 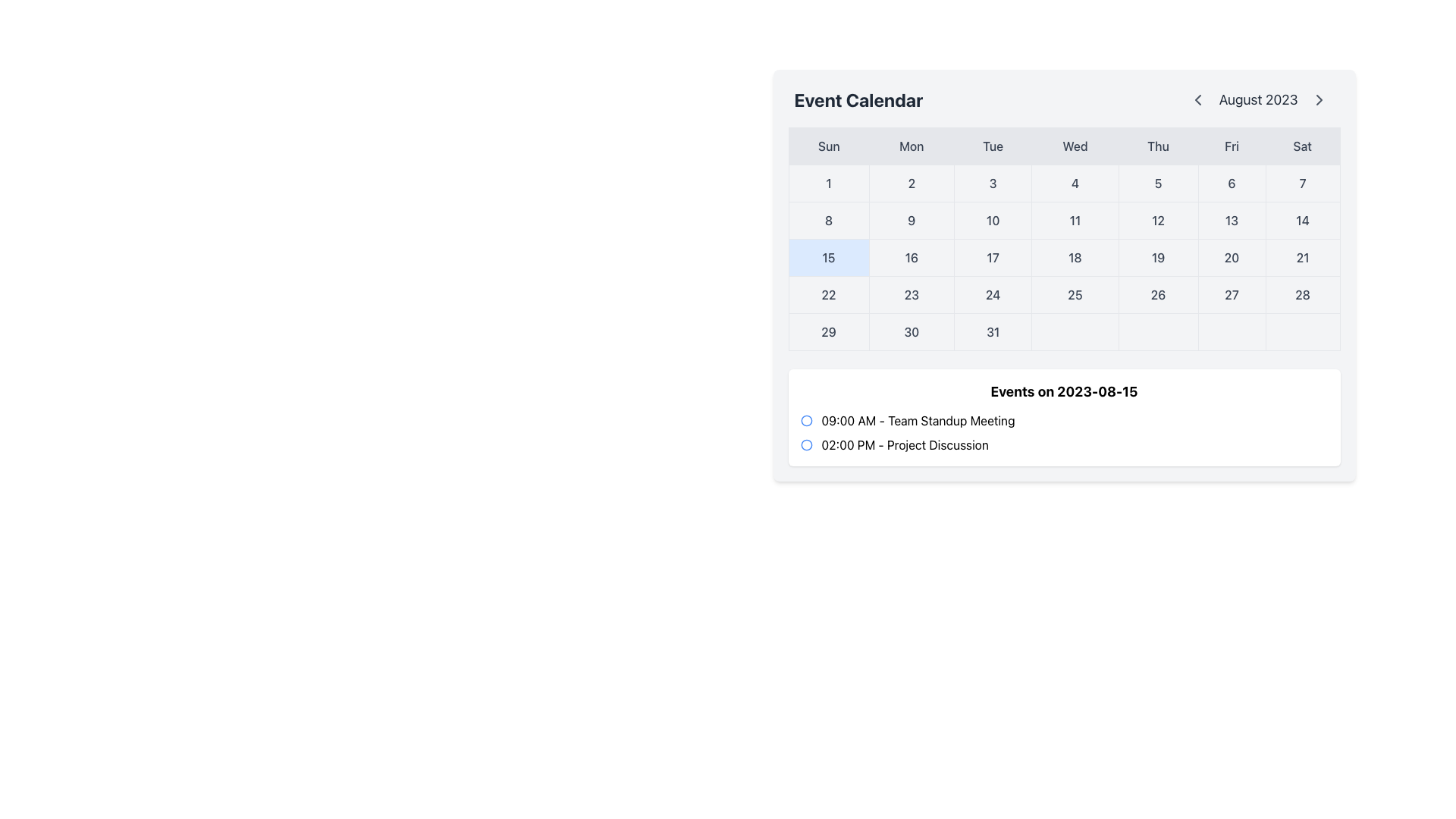 What do you see at coordinates (1074, 183) in the screenshot?
I see `the fourth button in the weekly calendar view that corresponds to day '4', located beneath the 'Wed' header` at bounding box center [1074, 183].